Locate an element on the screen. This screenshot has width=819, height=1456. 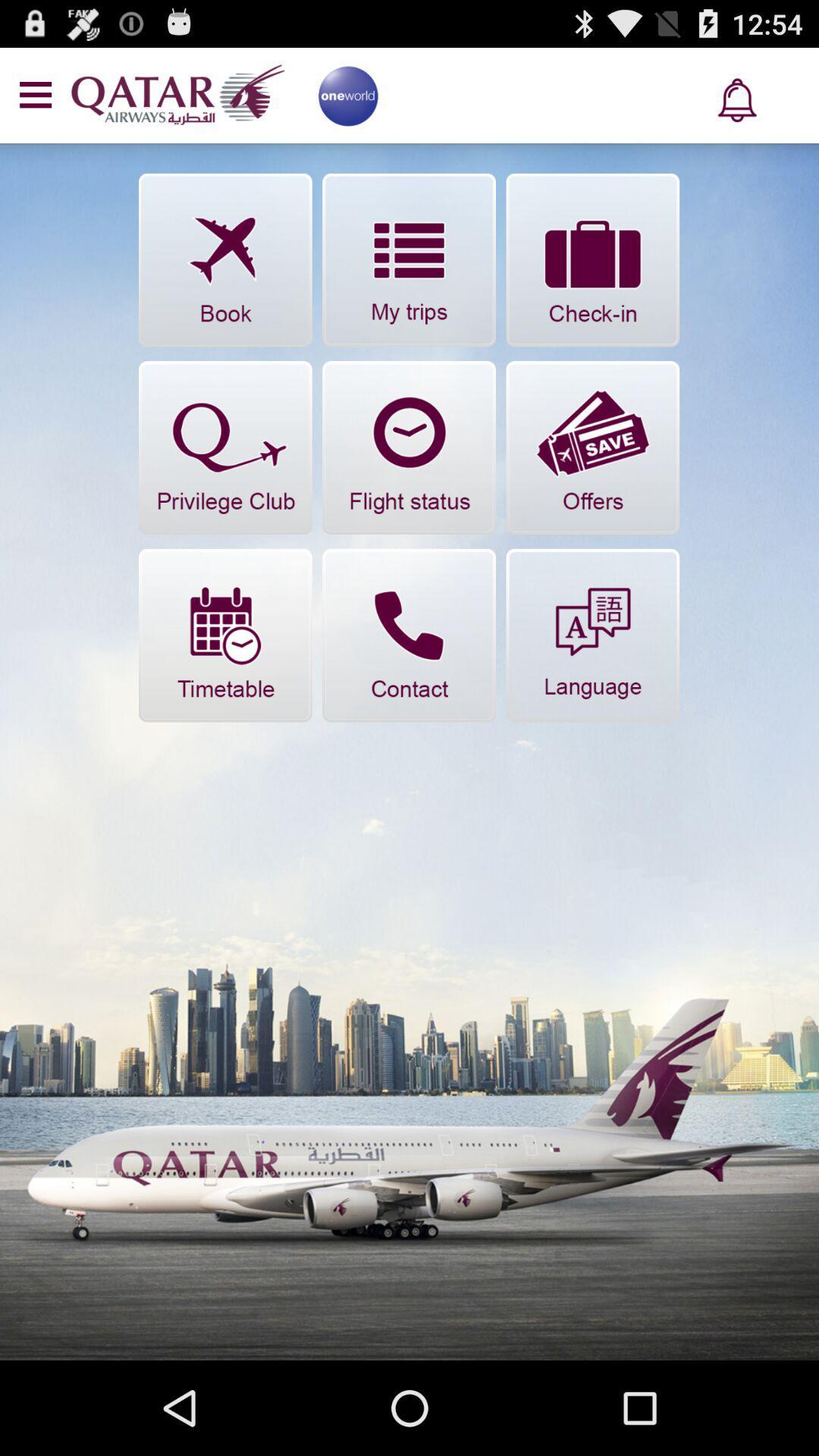
book flight is located at coordinates (225, 260).